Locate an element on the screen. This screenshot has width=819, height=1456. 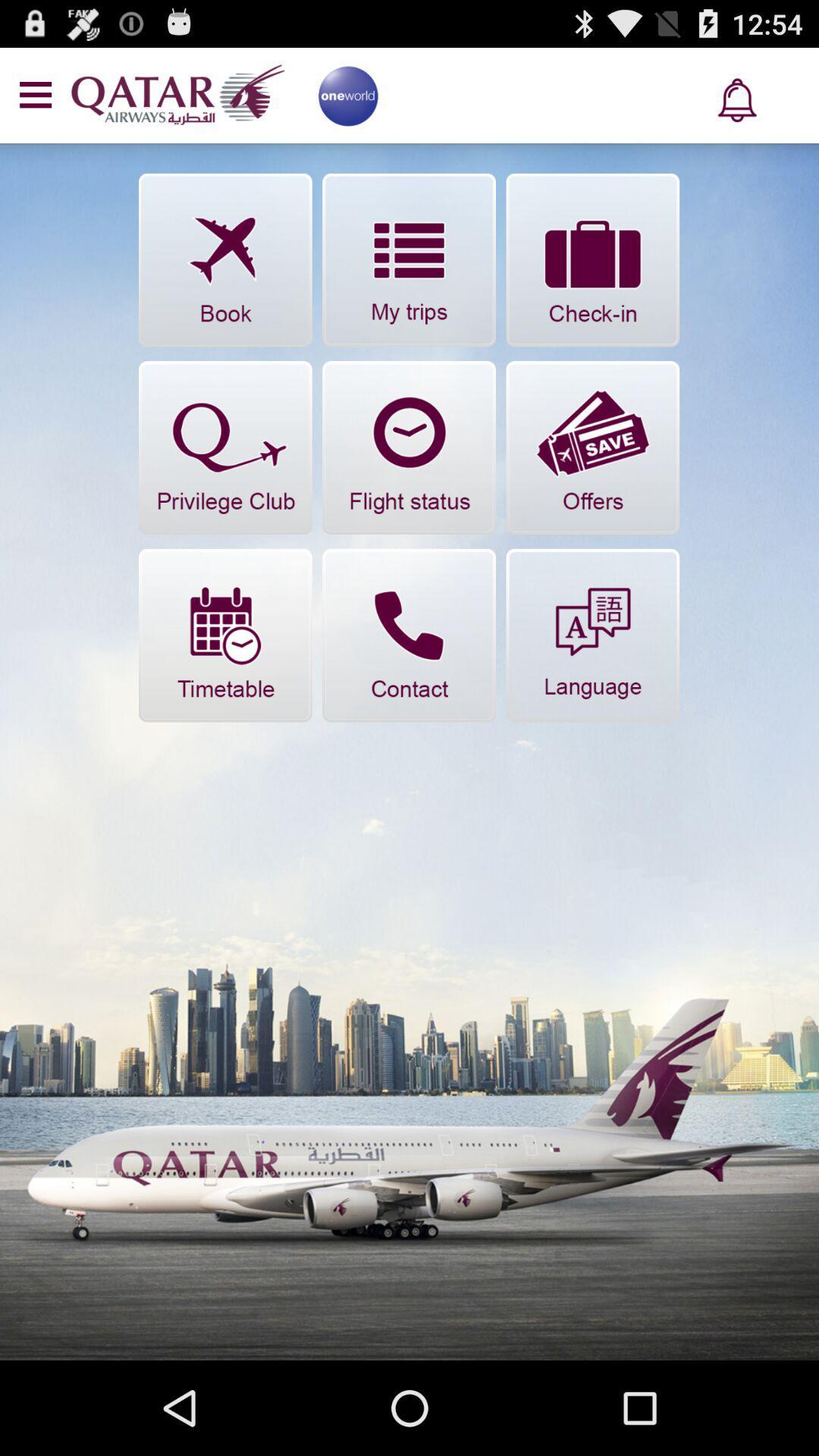
book flight is located at coordinates (225, 260).